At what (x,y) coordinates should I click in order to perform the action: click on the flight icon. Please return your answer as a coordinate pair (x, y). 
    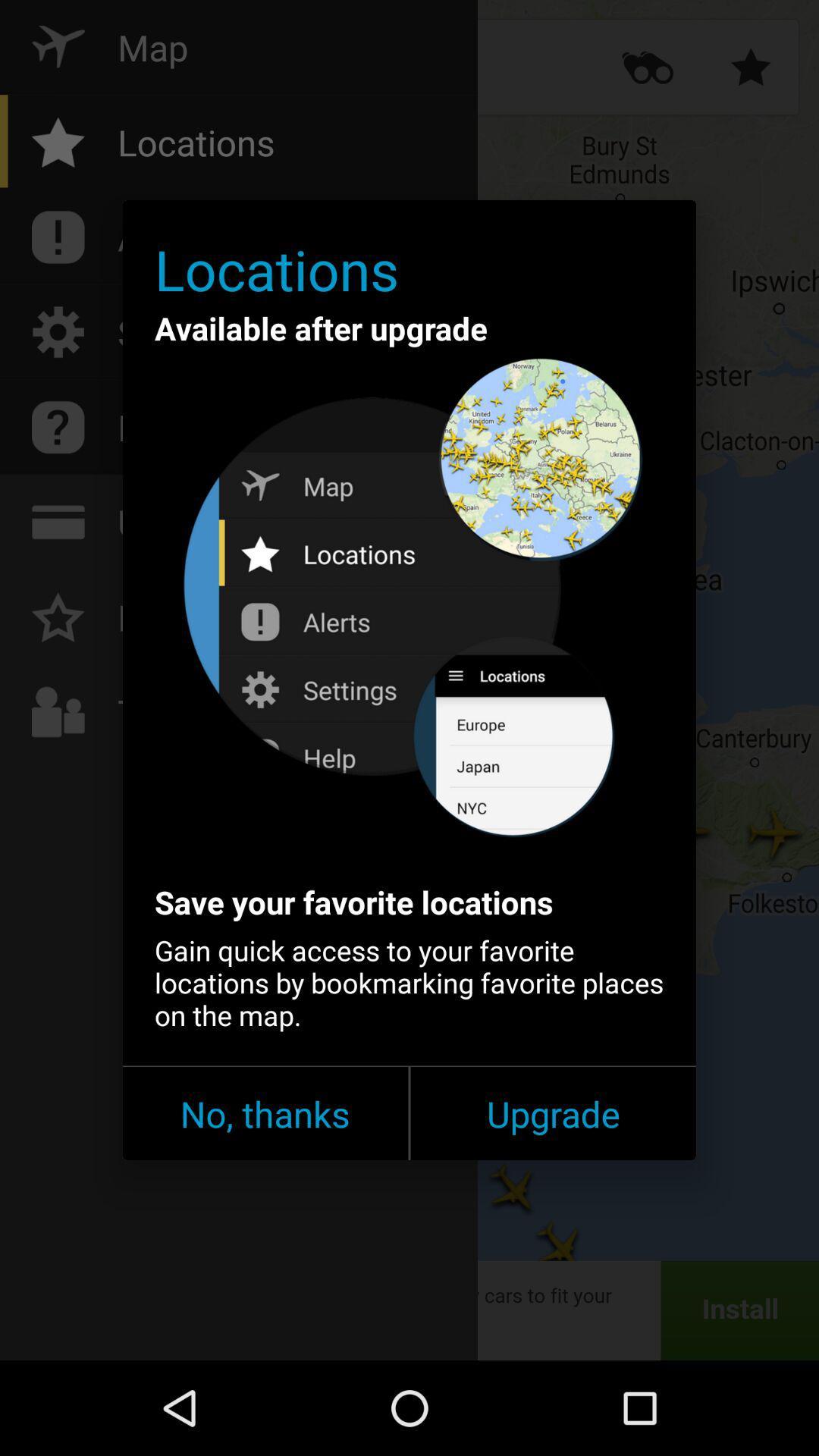
    Looking at the image, I should click on (69, 67).